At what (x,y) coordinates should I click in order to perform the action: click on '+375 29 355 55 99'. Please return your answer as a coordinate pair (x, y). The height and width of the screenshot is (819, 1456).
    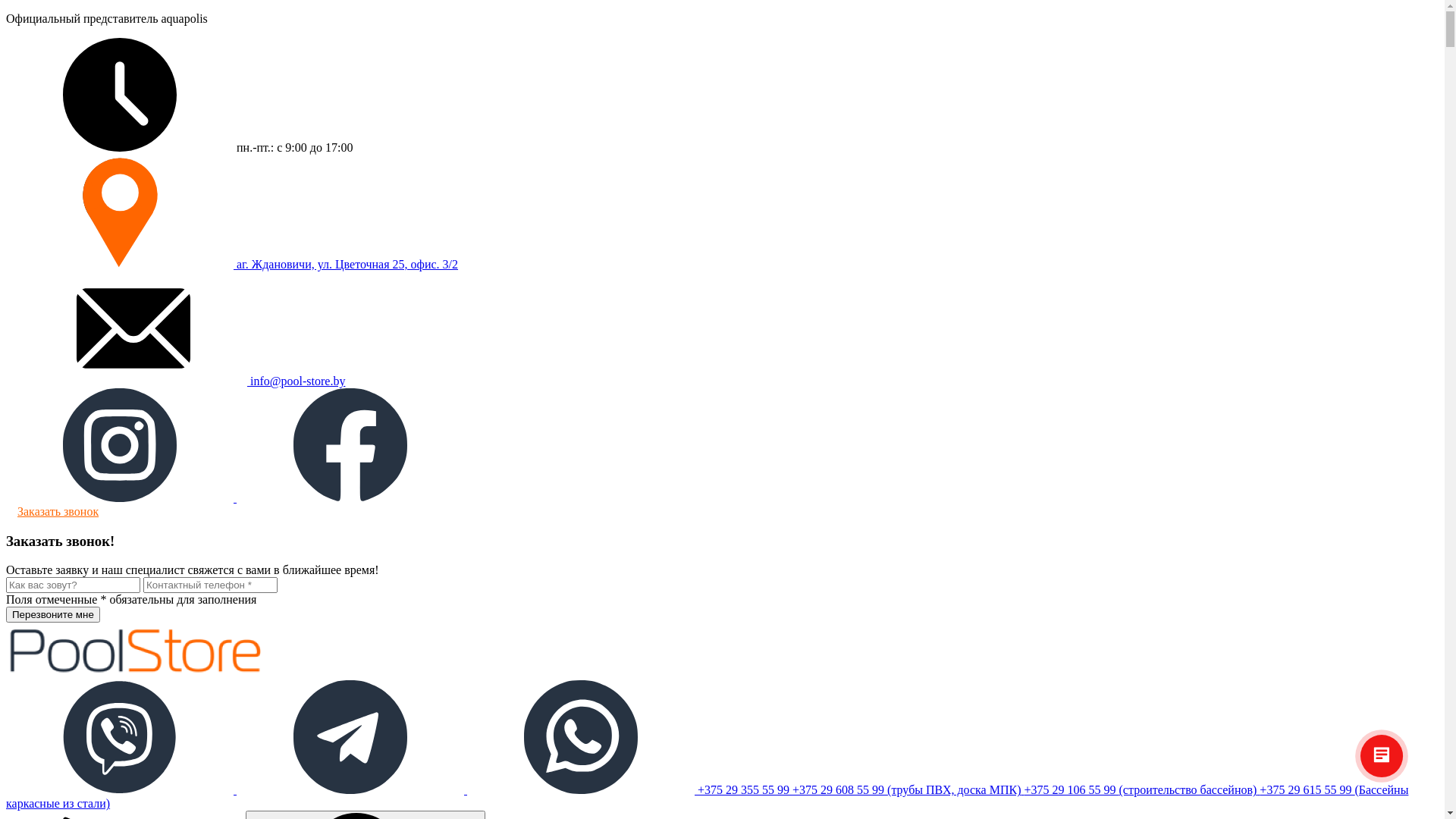
    Looking at the image, I should click on (745, 789).